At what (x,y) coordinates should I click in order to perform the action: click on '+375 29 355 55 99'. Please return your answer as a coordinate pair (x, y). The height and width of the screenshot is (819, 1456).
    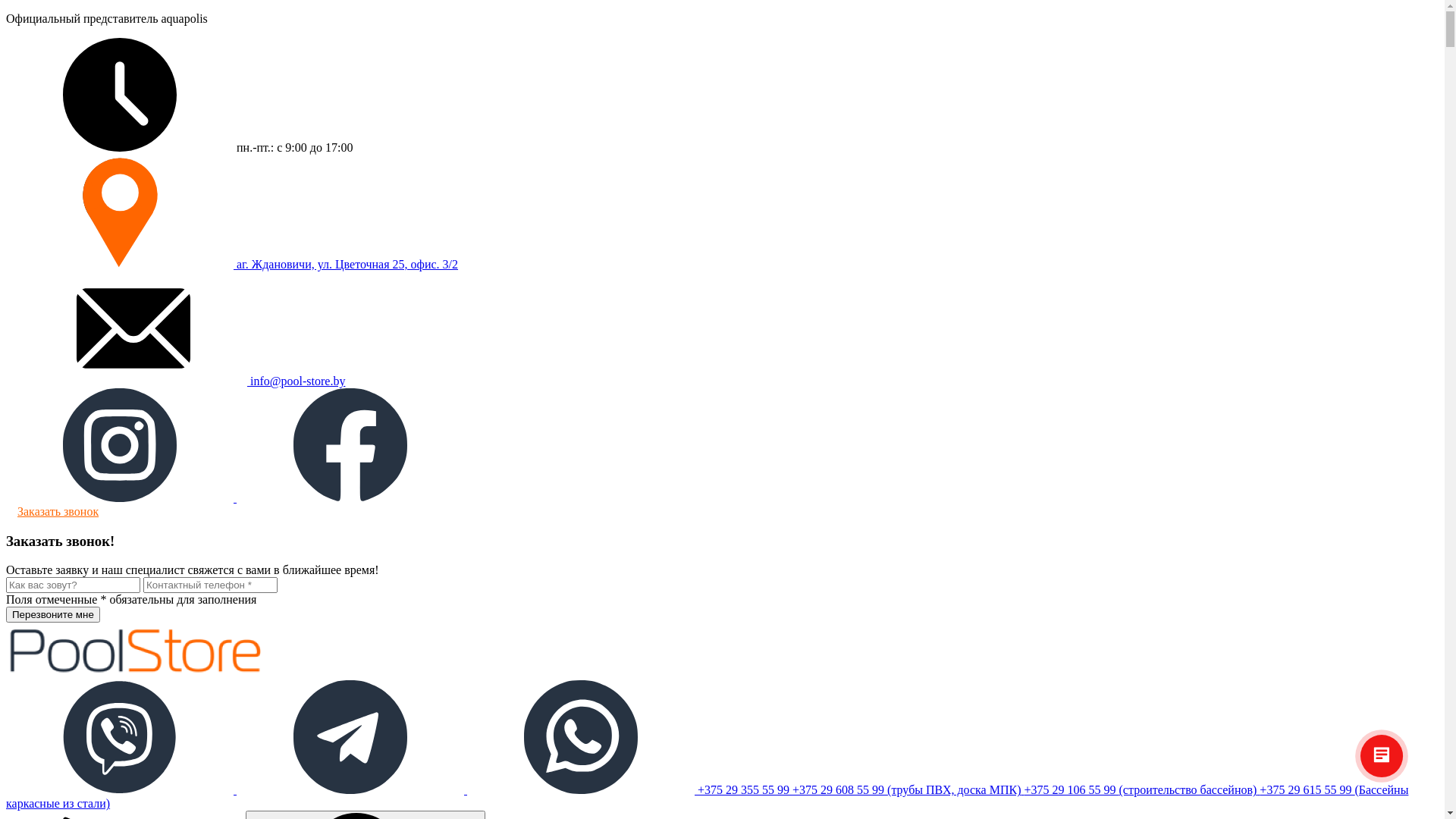
    Looking at the image, I should click on (745, 789).